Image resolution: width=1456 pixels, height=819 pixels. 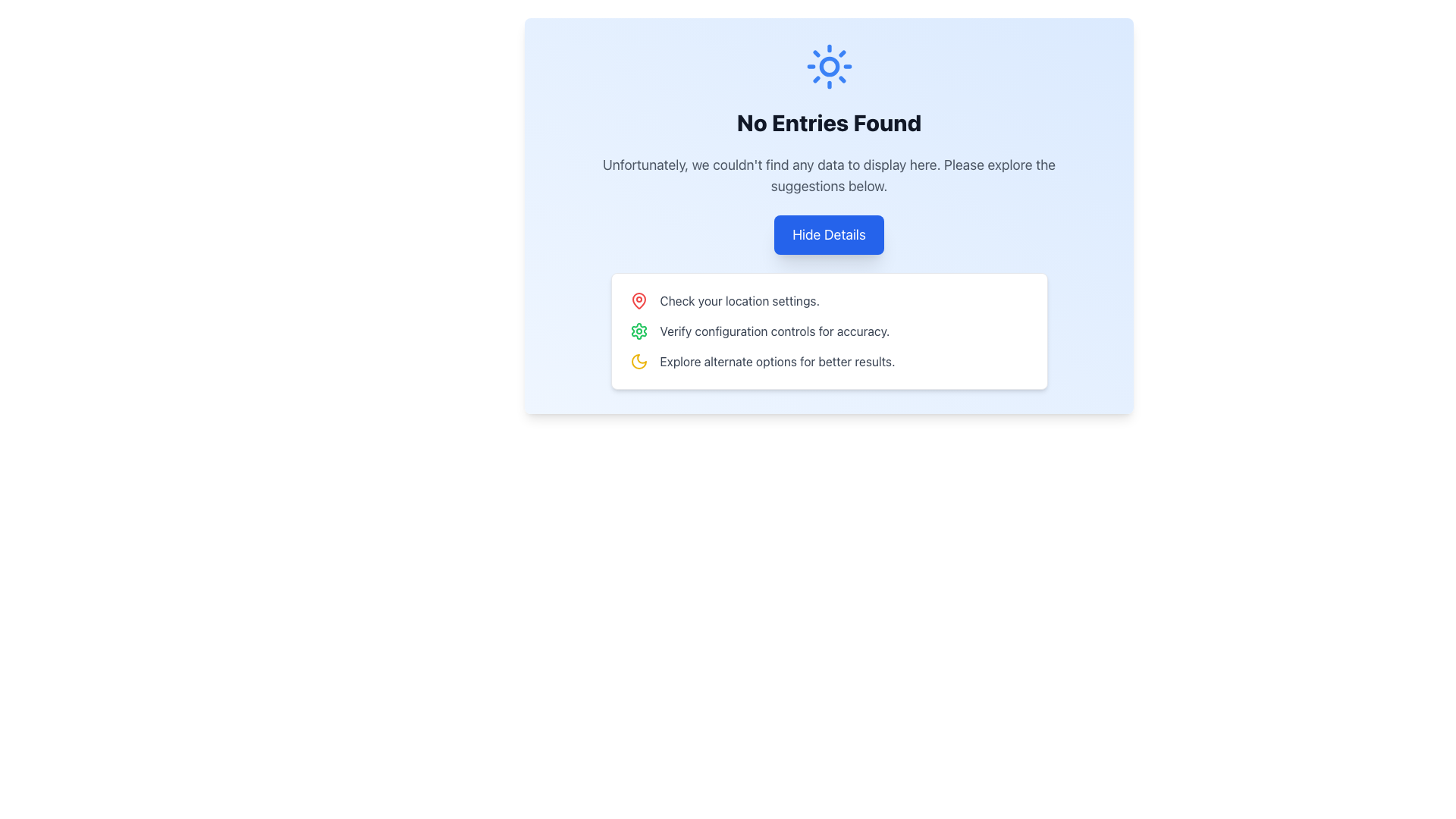 What do you see at coordinates (777, 362) in the screenshot?
I see `the text label displaying 'Explore alternate options for better results.' to possibly see further details` at bounding box center [777, 362].